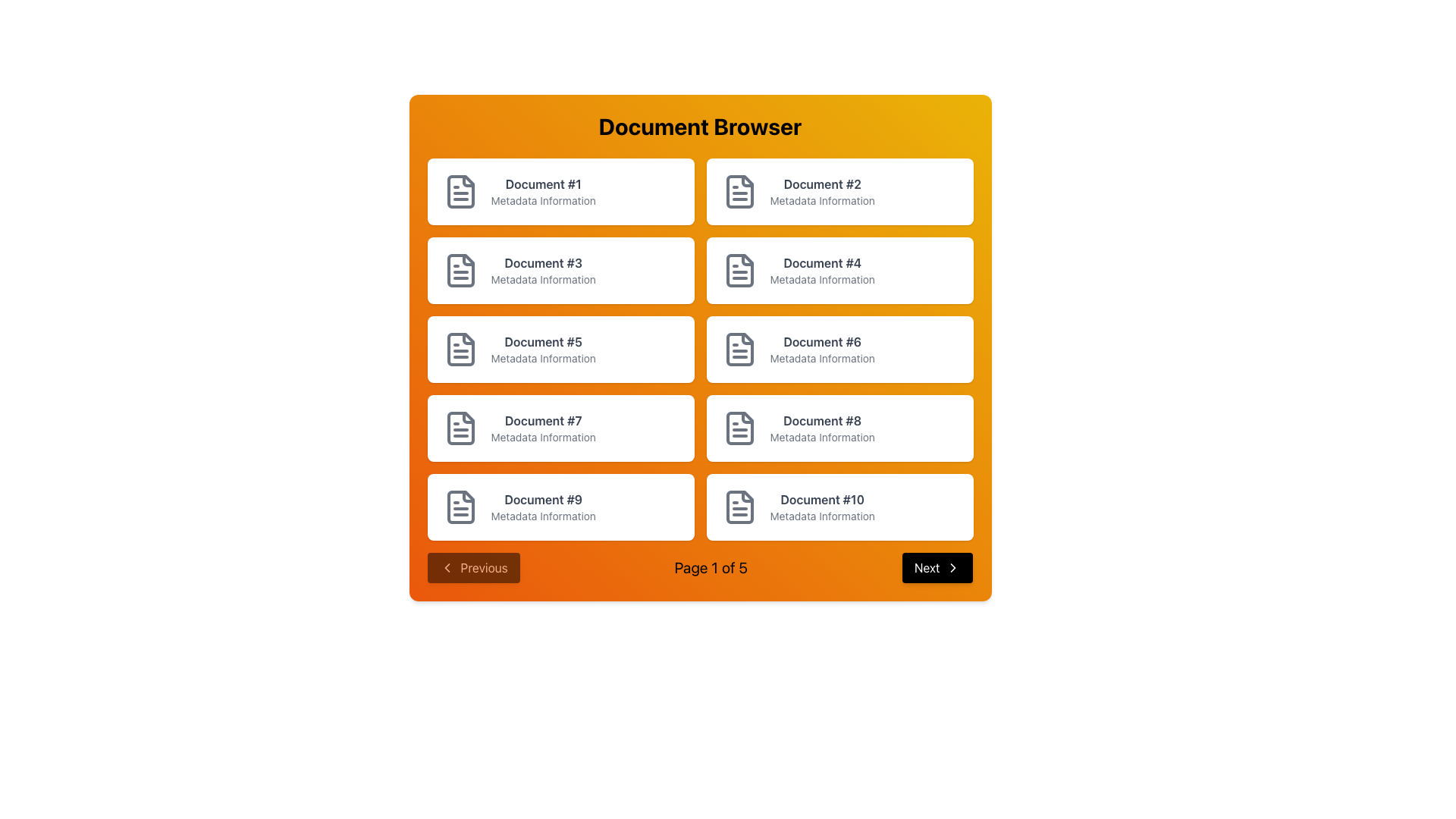 This screenshot has width=1456, height=819. Describe the element at coordinates (839, 270) in the screenshot. I see `to select the 'Document #4' card, which has a document file icon on the left and the text 'Document #4' in bold, along with 'Metadata Information' below it` at that location.